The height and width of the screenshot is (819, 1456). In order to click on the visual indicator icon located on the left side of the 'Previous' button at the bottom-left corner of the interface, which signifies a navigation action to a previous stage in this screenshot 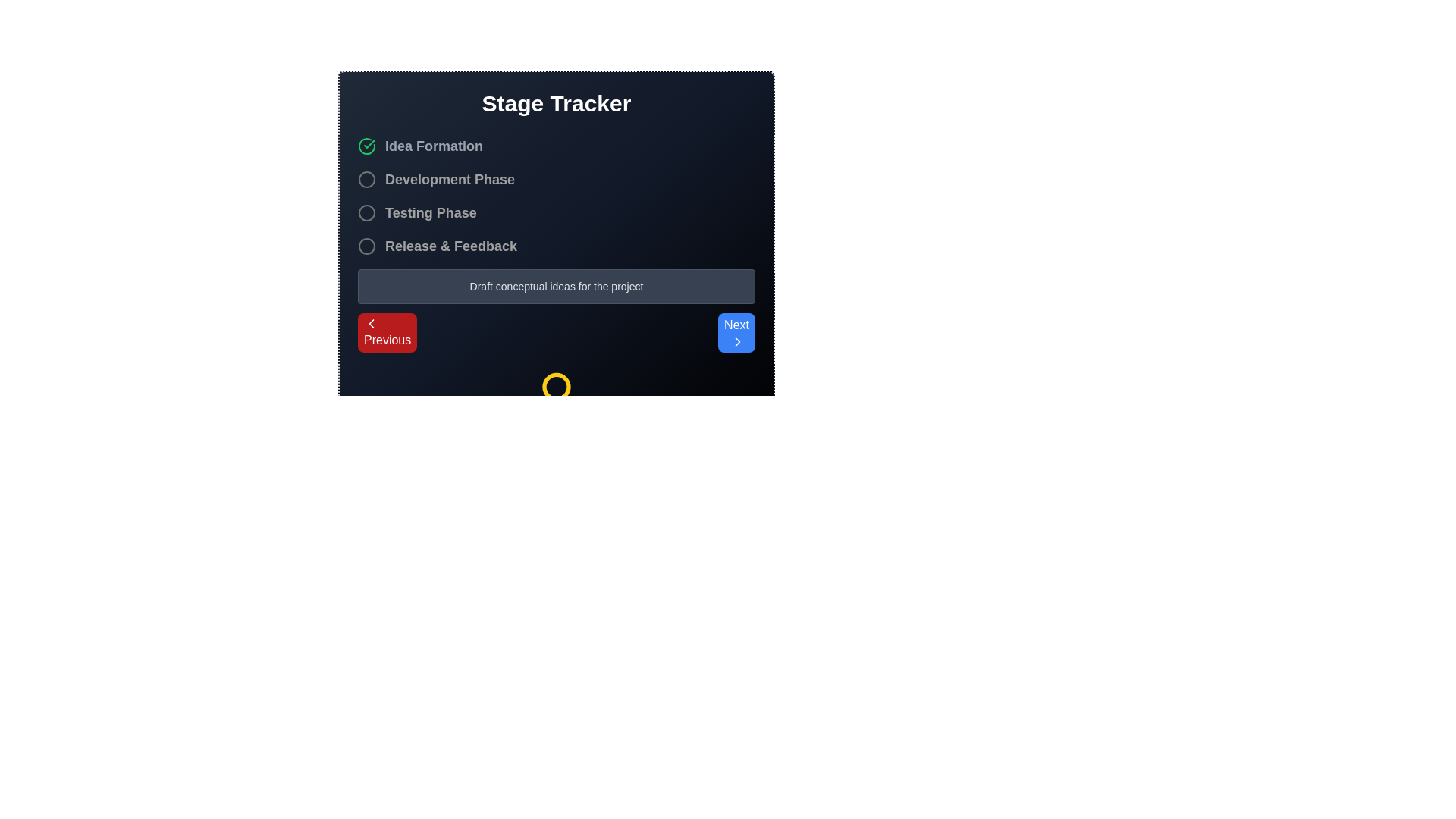, I will do `click(371, 323)`.